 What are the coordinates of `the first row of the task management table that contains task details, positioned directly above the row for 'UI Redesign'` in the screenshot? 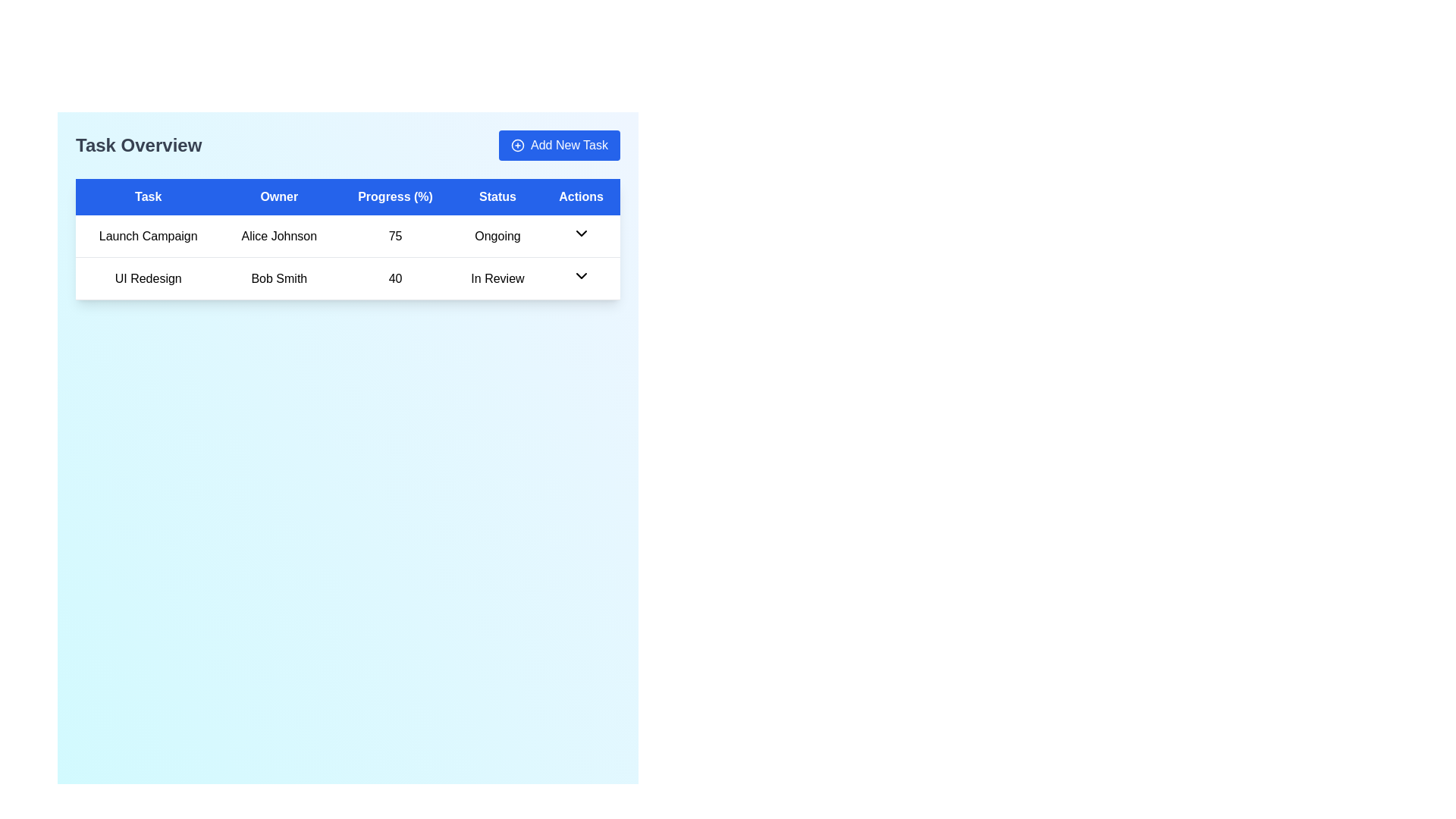 It's located at (347, 236).